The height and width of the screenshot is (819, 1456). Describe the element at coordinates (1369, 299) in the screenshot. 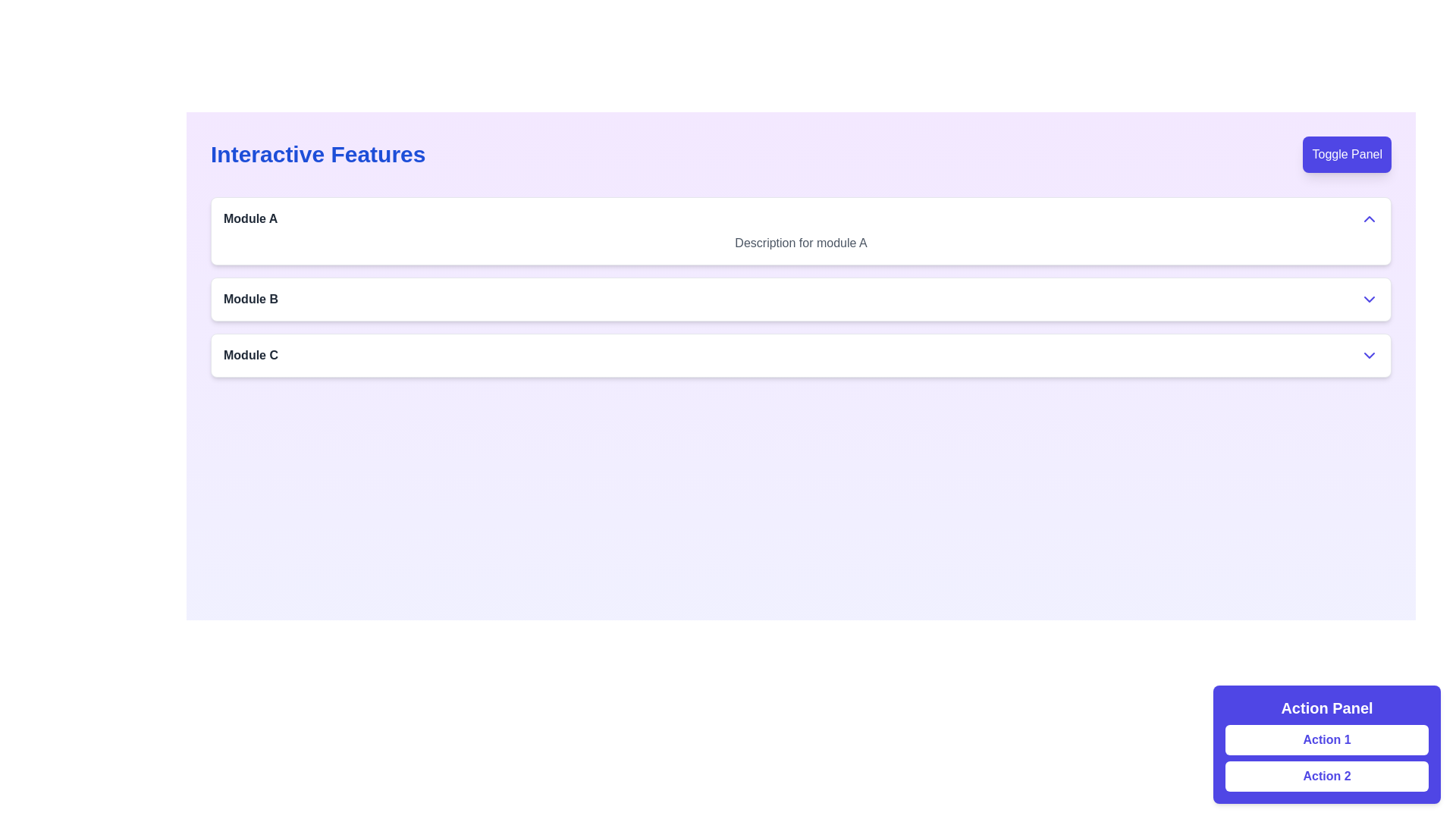

I see `the downward-pointing chevron arrow icon, which is dark blue and located at the far-right end of the 'Module B' horizontal bar` at that location.